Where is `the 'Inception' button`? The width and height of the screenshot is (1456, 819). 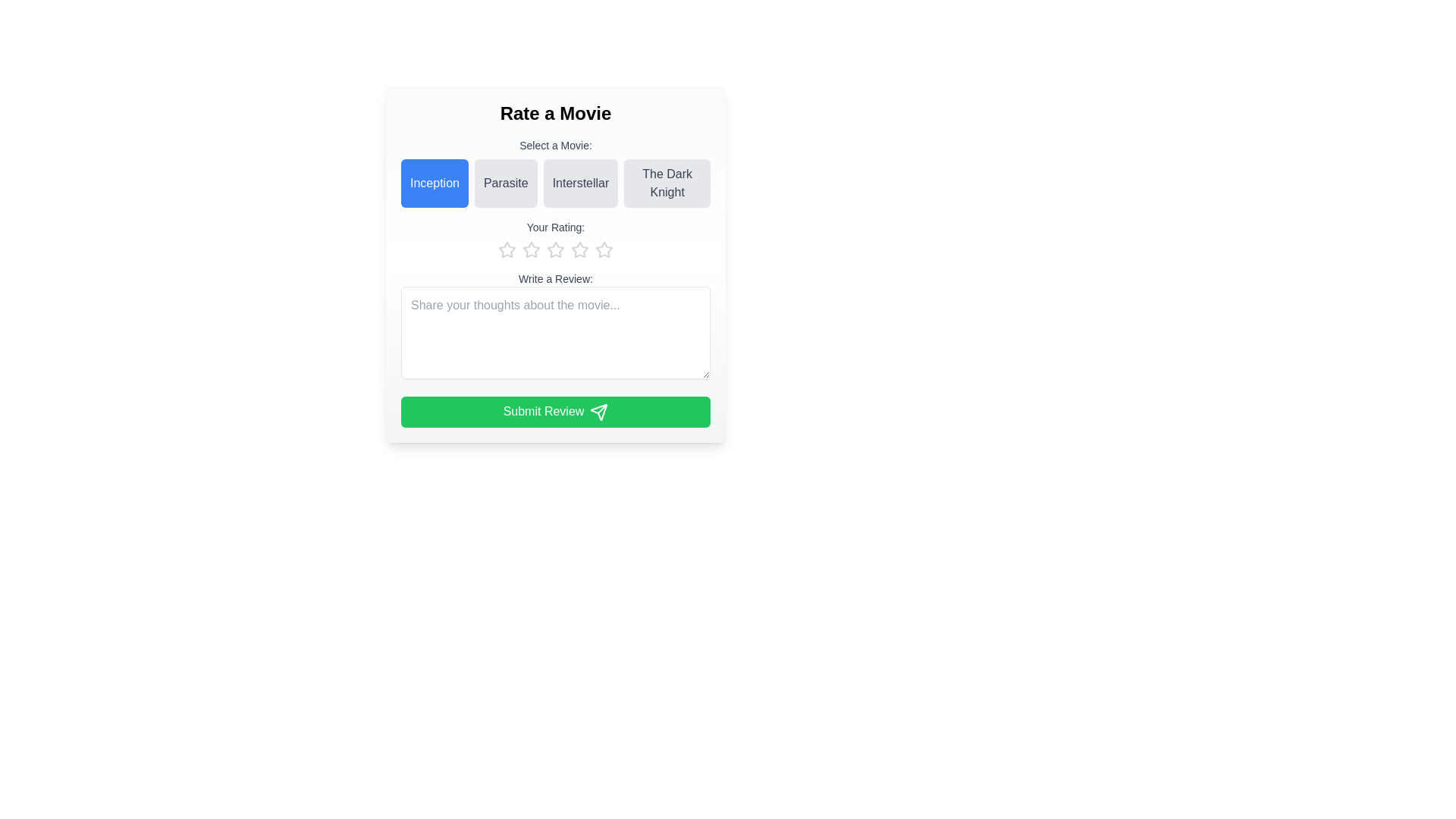 the 'Inception' button is located at coordinates (434, 183).